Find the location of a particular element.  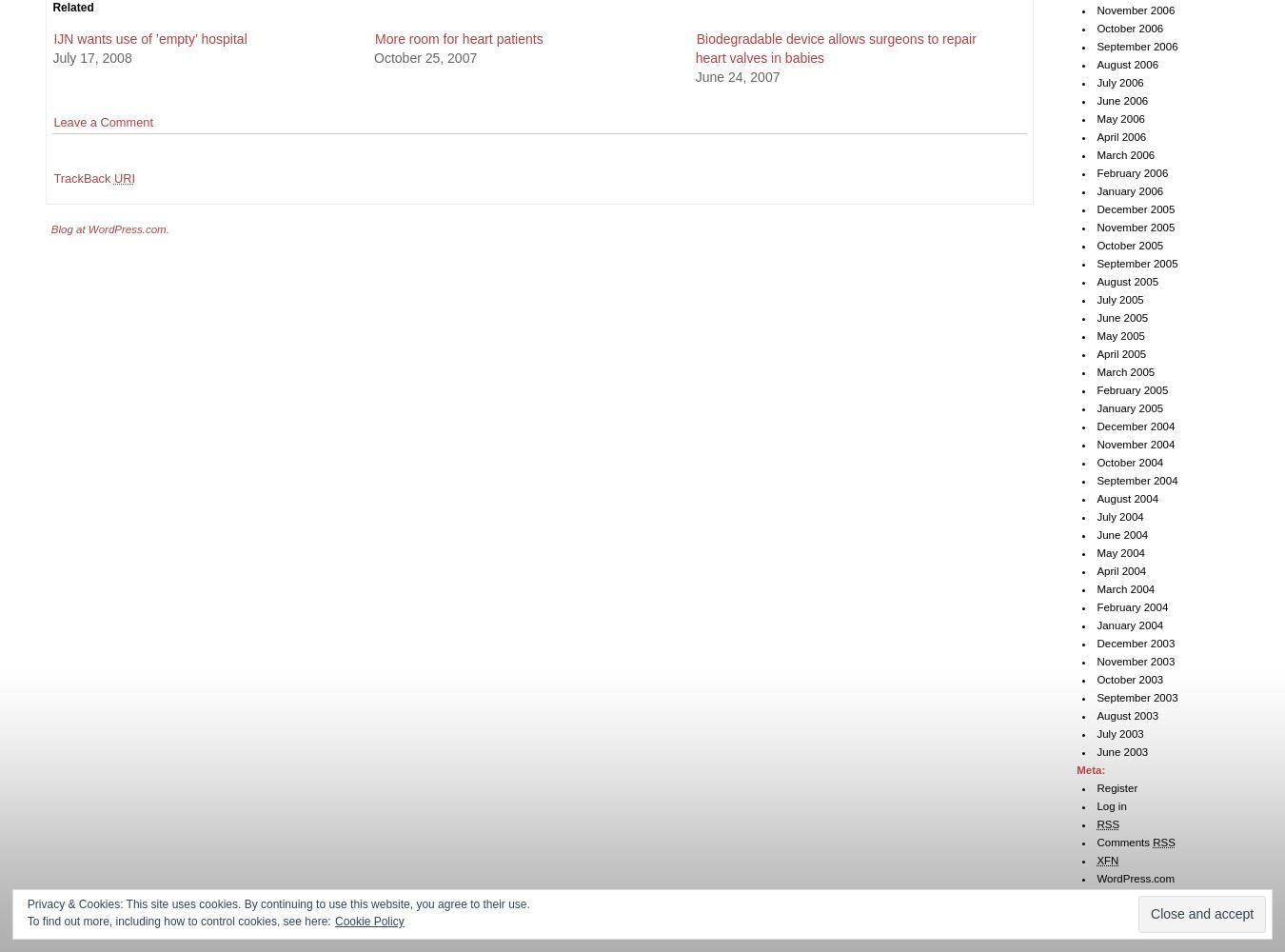

'October 2004' is located at coordinates (1129, 462).